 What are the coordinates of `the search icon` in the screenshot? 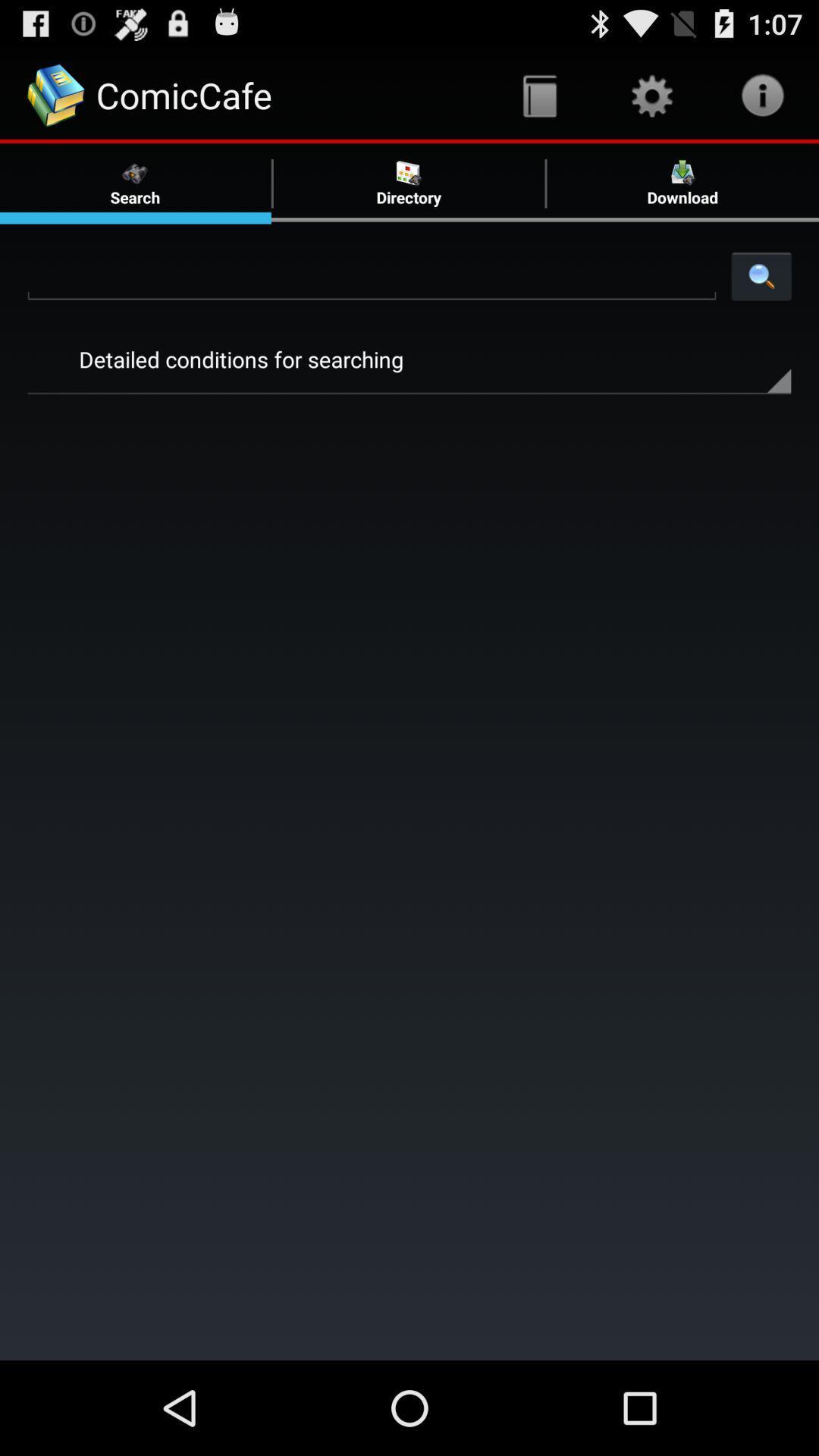 It's located at (761, 295).